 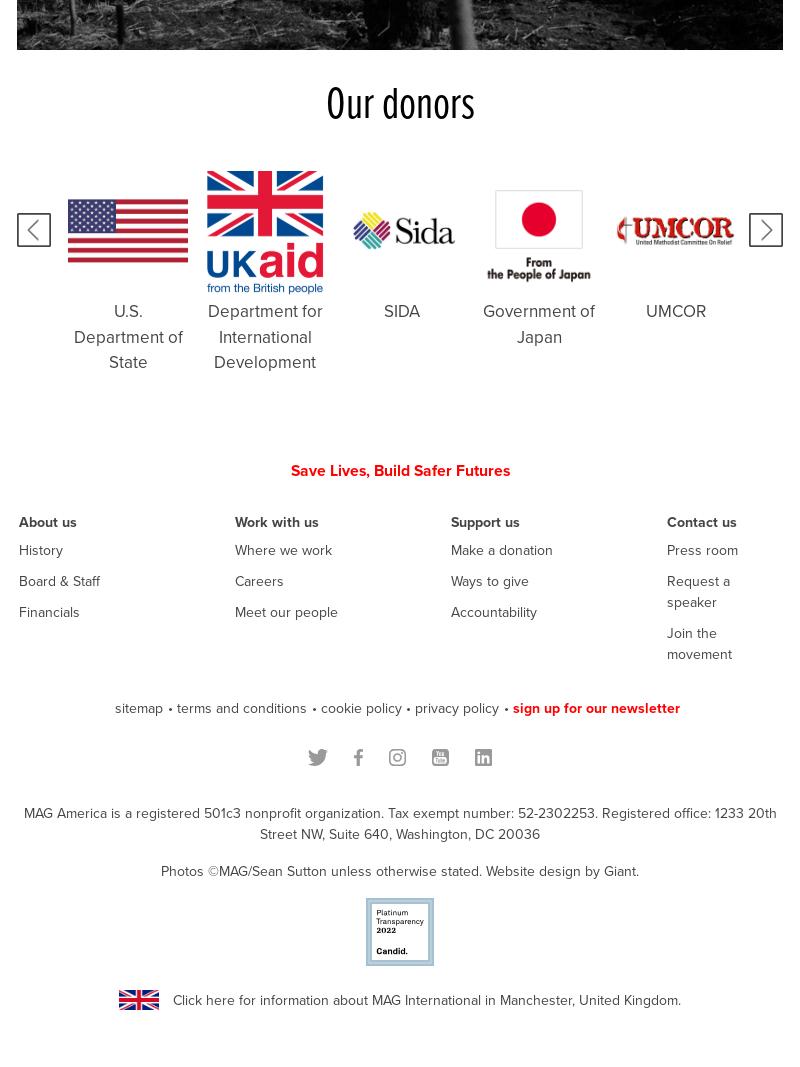 What do you see at coordinates (494, 612) in the screenshot?
I see `'Accountability'` at bounding box center [494, 612].